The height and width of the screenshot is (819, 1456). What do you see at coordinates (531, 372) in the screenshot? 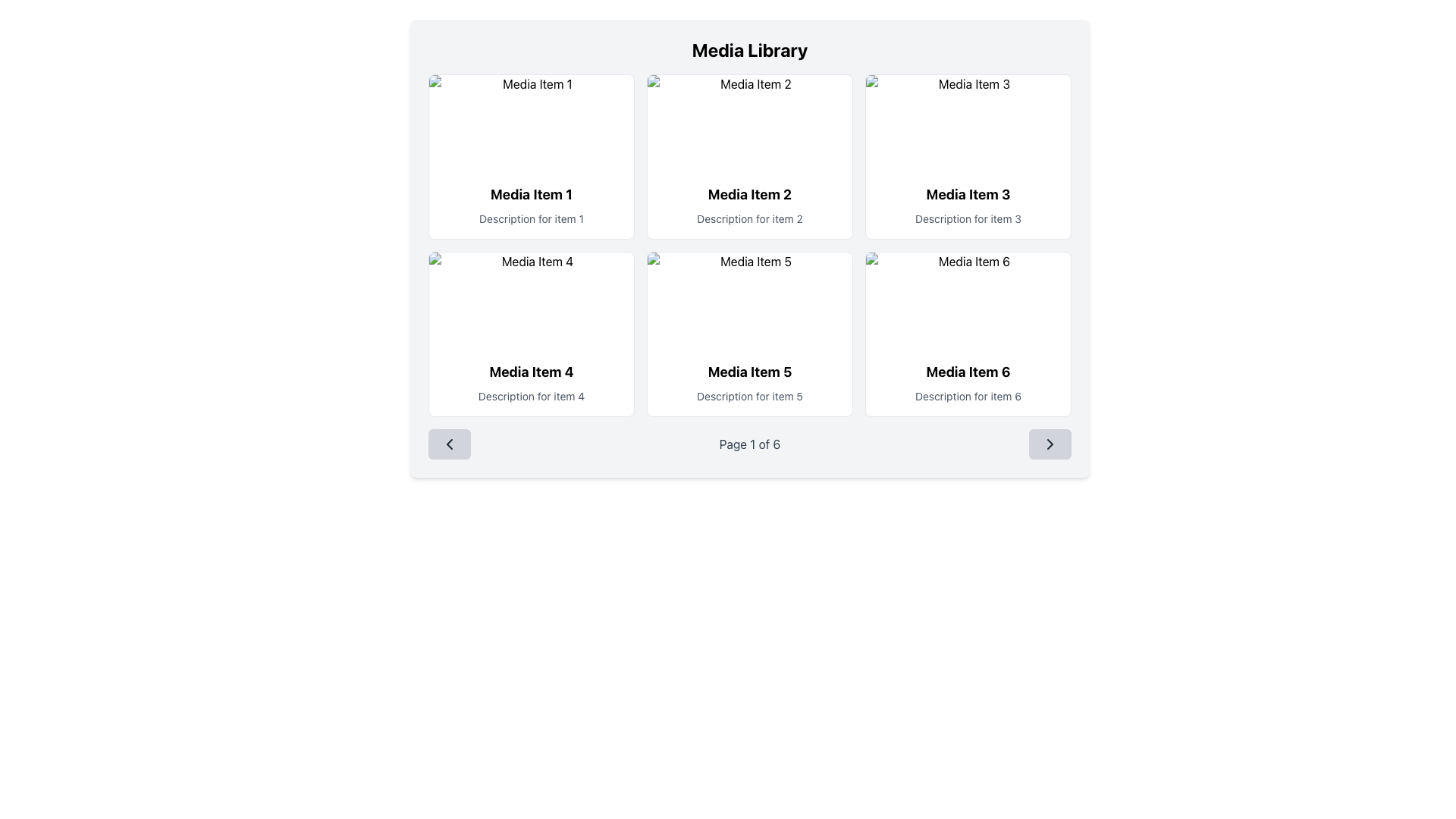
I see `the bold text label titled 'Media Item 4', which is located in the second row, first column of the grid structure` at bounding box center [531, 372].